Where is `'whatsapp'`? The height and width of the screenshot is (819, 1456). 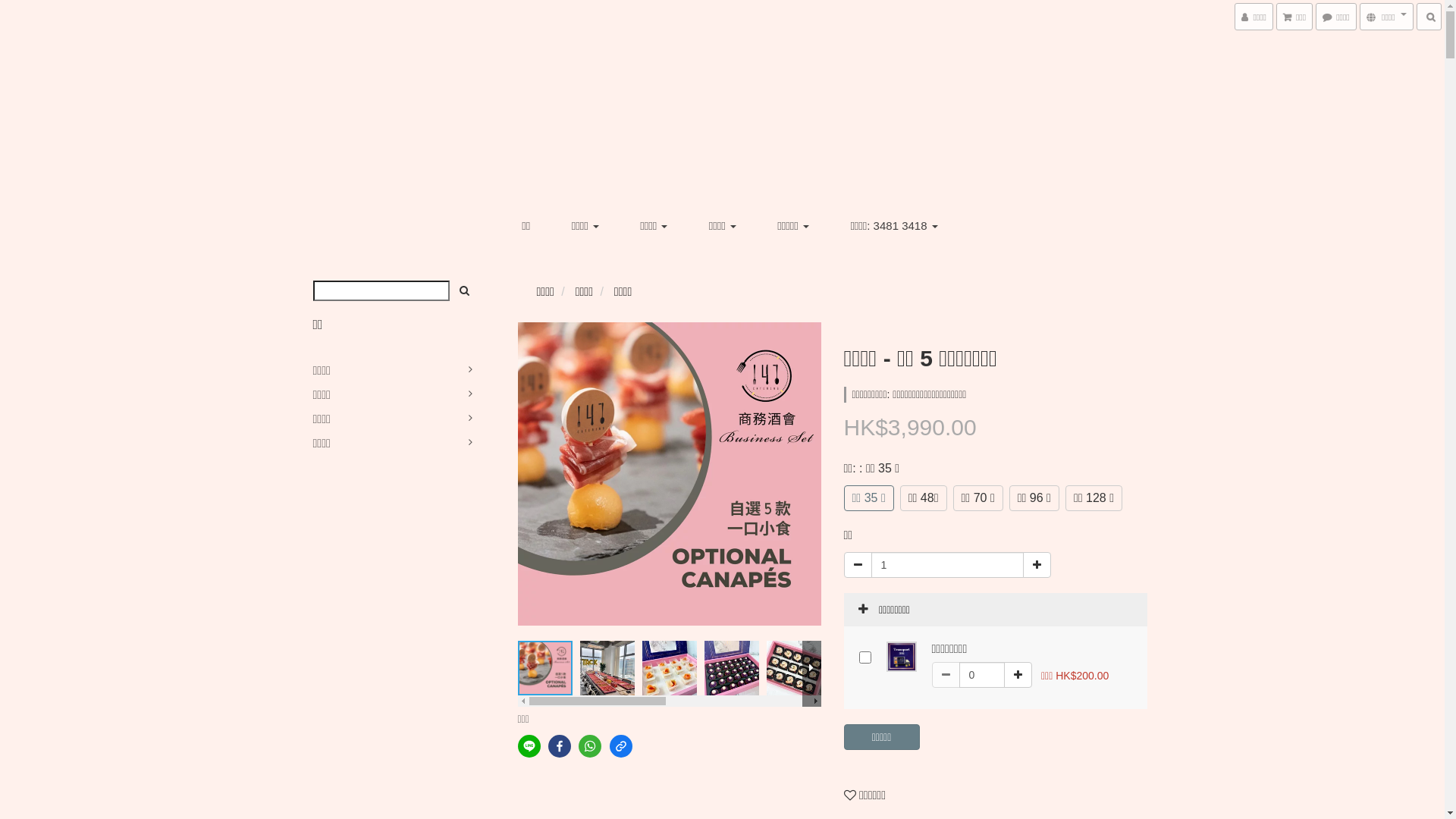 'whatsapp' is located at coordinates (578, 745).